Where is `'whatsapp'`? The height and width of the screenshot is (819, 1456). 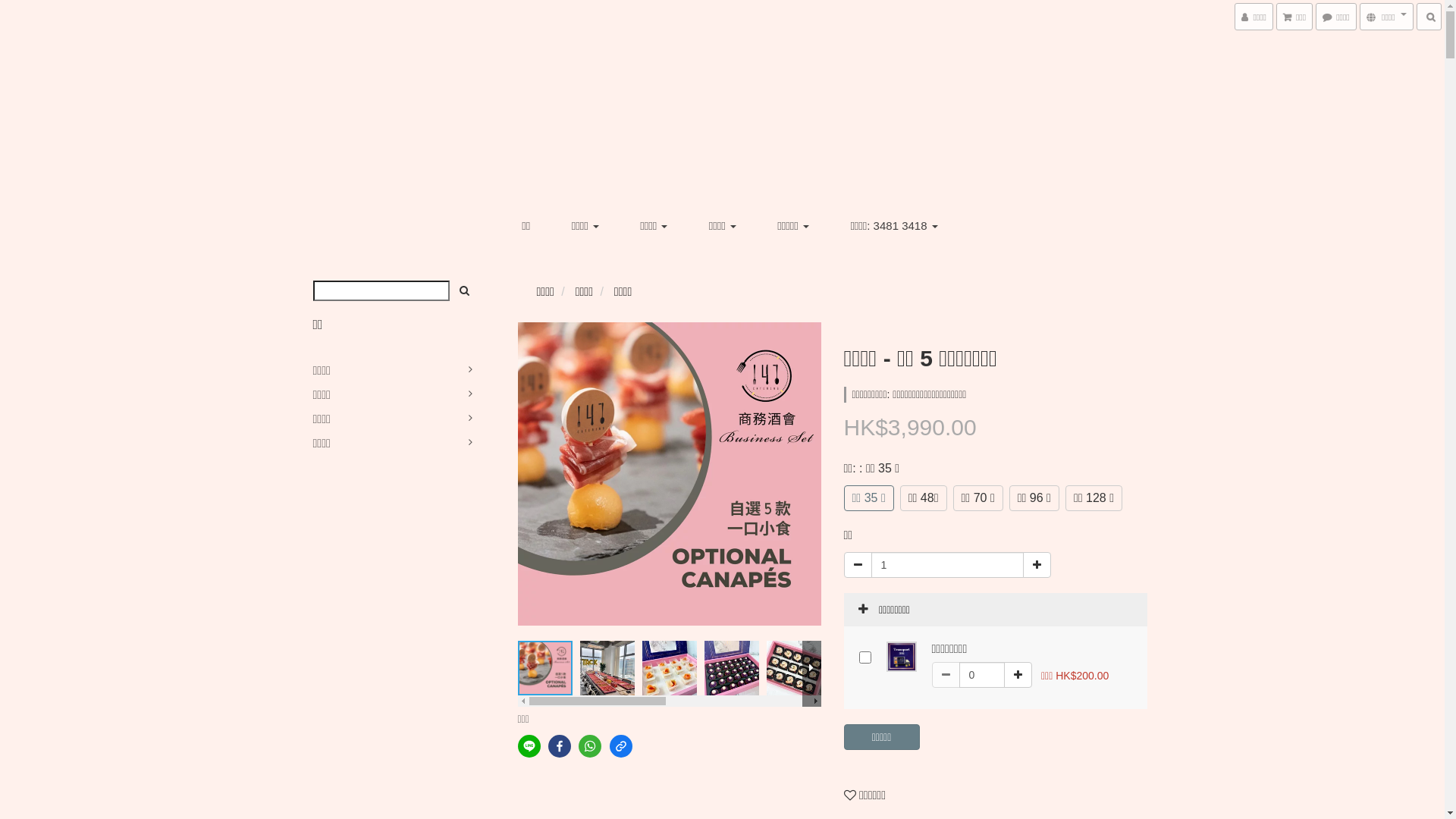 'whatsapp' is located at coordinates (578, 745).